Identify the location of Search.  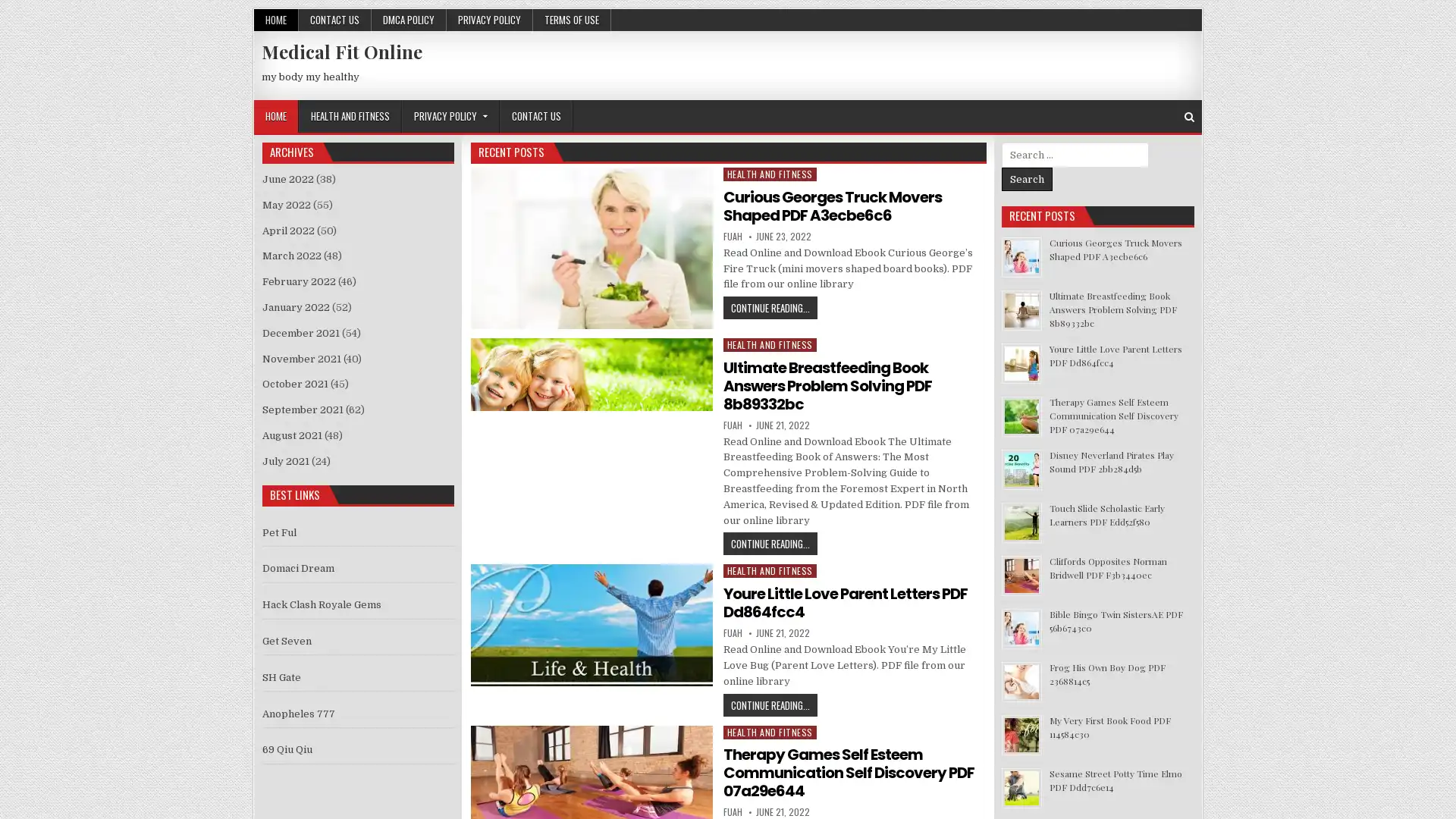
(1027, 178).